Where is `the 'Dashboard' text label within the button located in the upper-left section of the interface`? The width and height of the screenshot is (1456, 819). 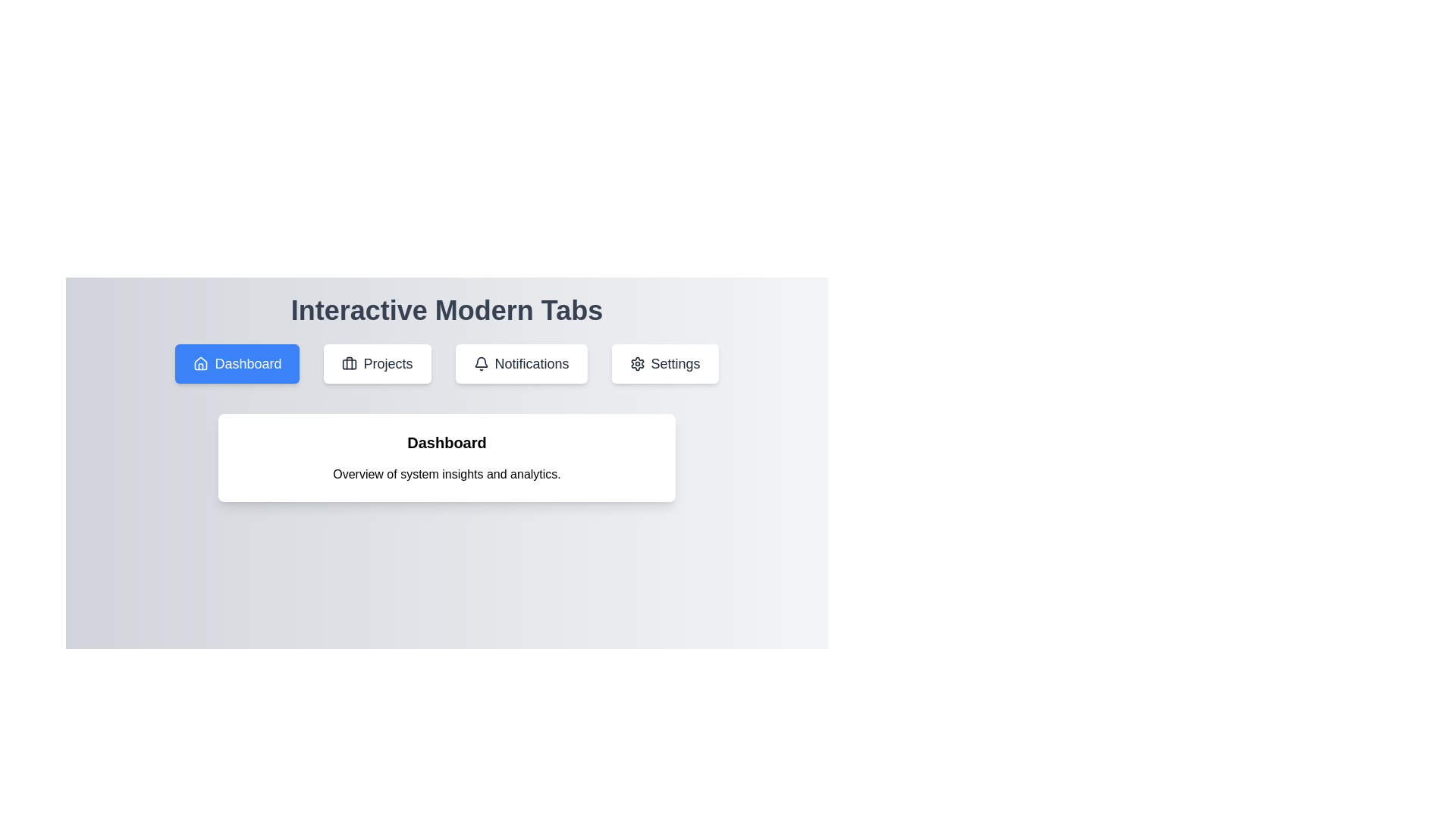 the 'Dashboard' text label within the button located in the upper-left section of the interface is located at coordinates (248, 363).